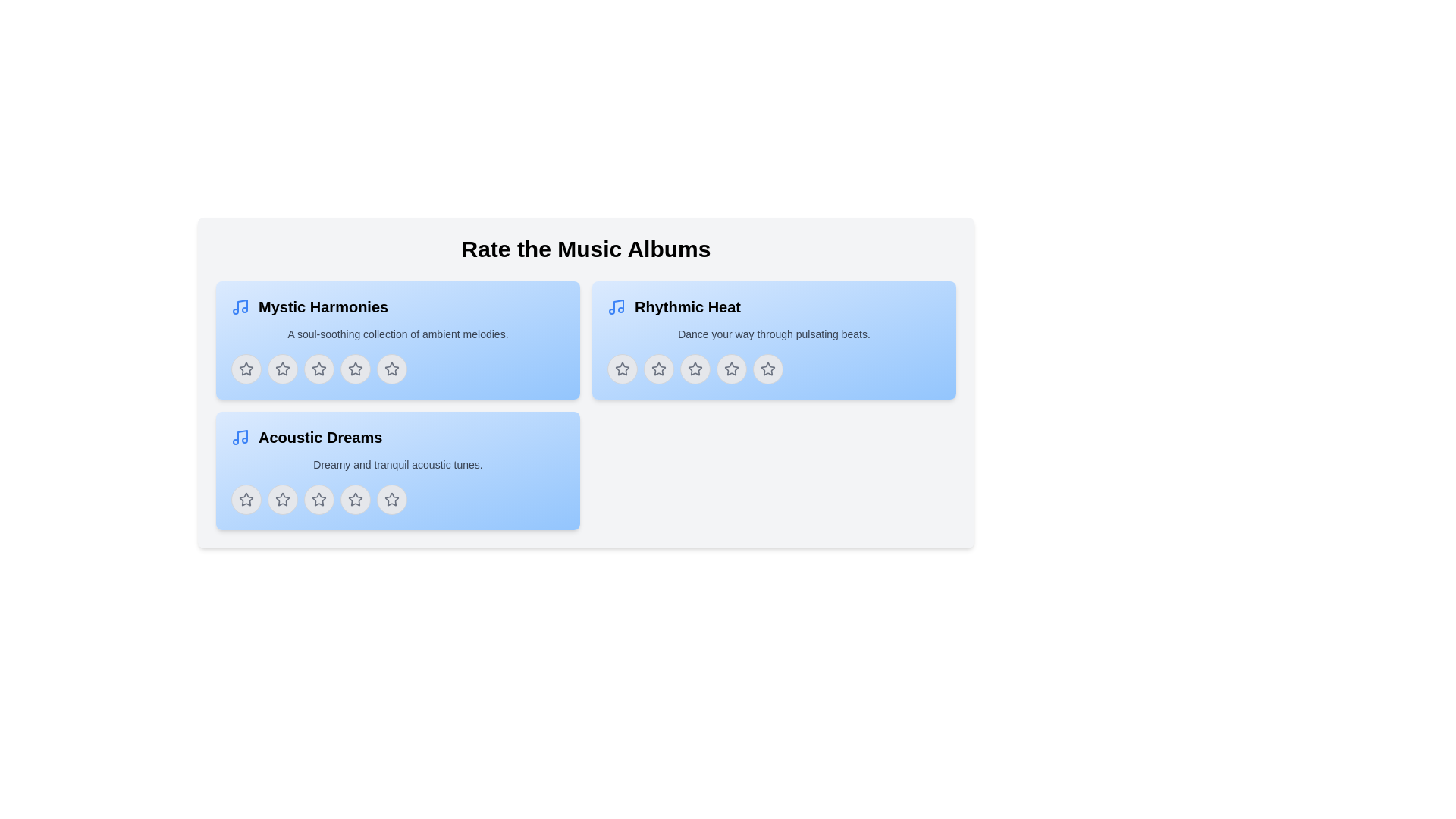 The width and height of the screenshot is (1456, 819). Describe the element at coordinates (622, 369) in the screenshot. I see `the first star icon in the rating row for the album 'Rhythmic Heat' to assign a star rating` at that location.